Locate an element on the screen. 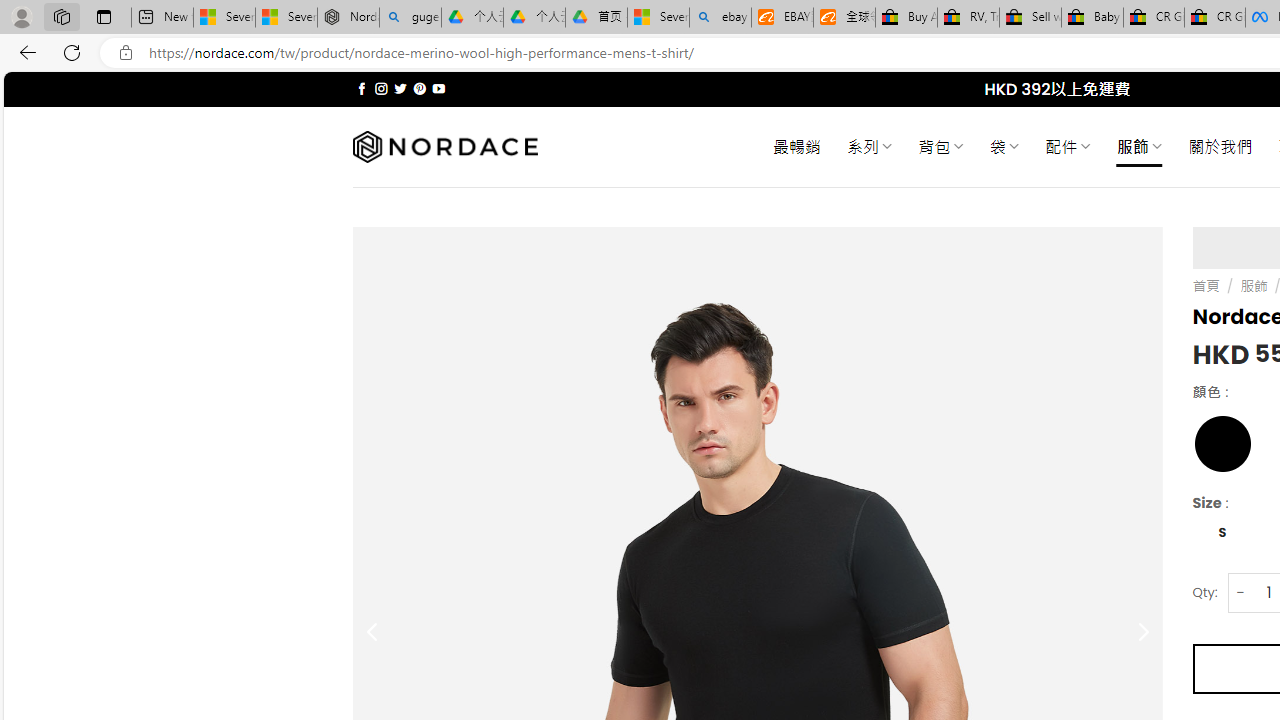 The height and width of the screenshot is (720, 1280). 'RV, Trailer & Camper Steps & Ladders for sale | eBay' is located at coordinates (968, 17).